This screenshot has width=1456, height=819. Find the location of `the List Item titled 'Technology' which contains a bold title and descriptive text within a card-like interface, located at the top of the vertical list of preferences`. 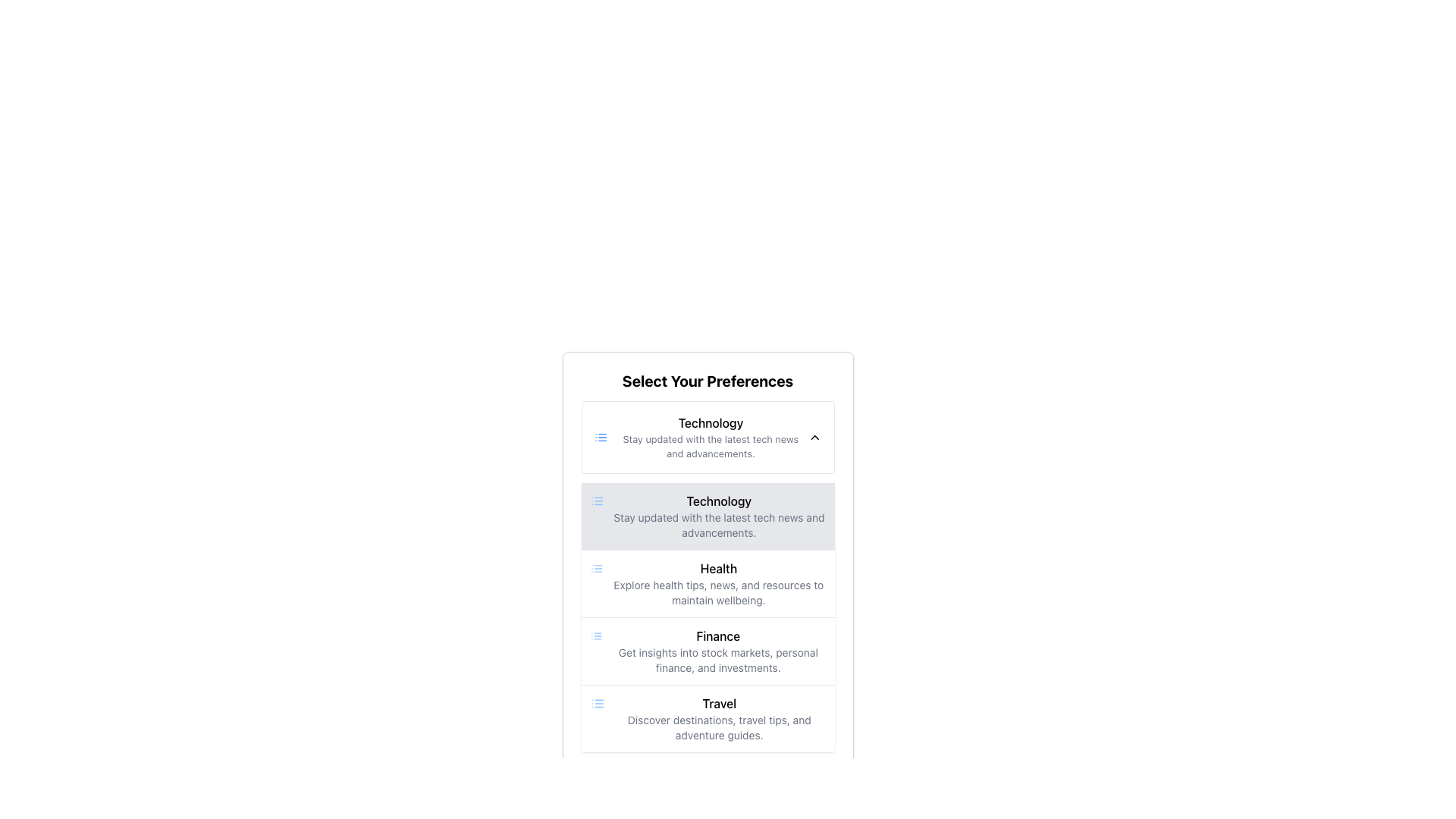

the List Item titled 'Technology' which contains a bold title and descriptive text within a card-like interface, located at the top of the vertical list of preferences is located at coordinates (707, 438).